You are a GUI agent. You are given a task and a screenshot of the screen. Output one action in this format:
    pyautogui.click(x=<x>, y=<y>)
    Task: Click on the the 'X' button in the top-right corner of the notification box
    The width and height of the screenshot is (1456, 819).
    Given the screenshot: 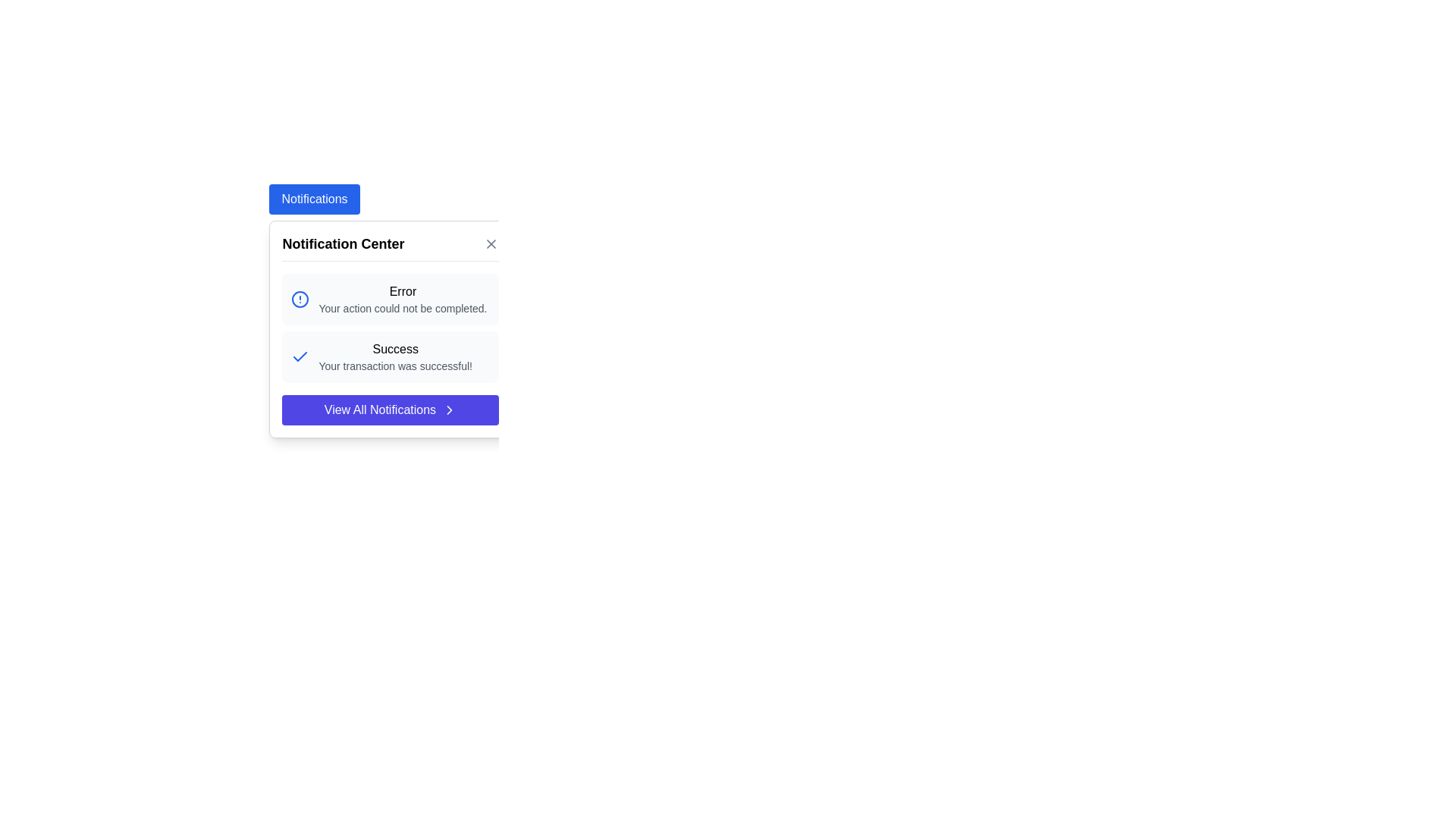 What is the action you would take?
    pyautogui.click(x=491, y=243)
    